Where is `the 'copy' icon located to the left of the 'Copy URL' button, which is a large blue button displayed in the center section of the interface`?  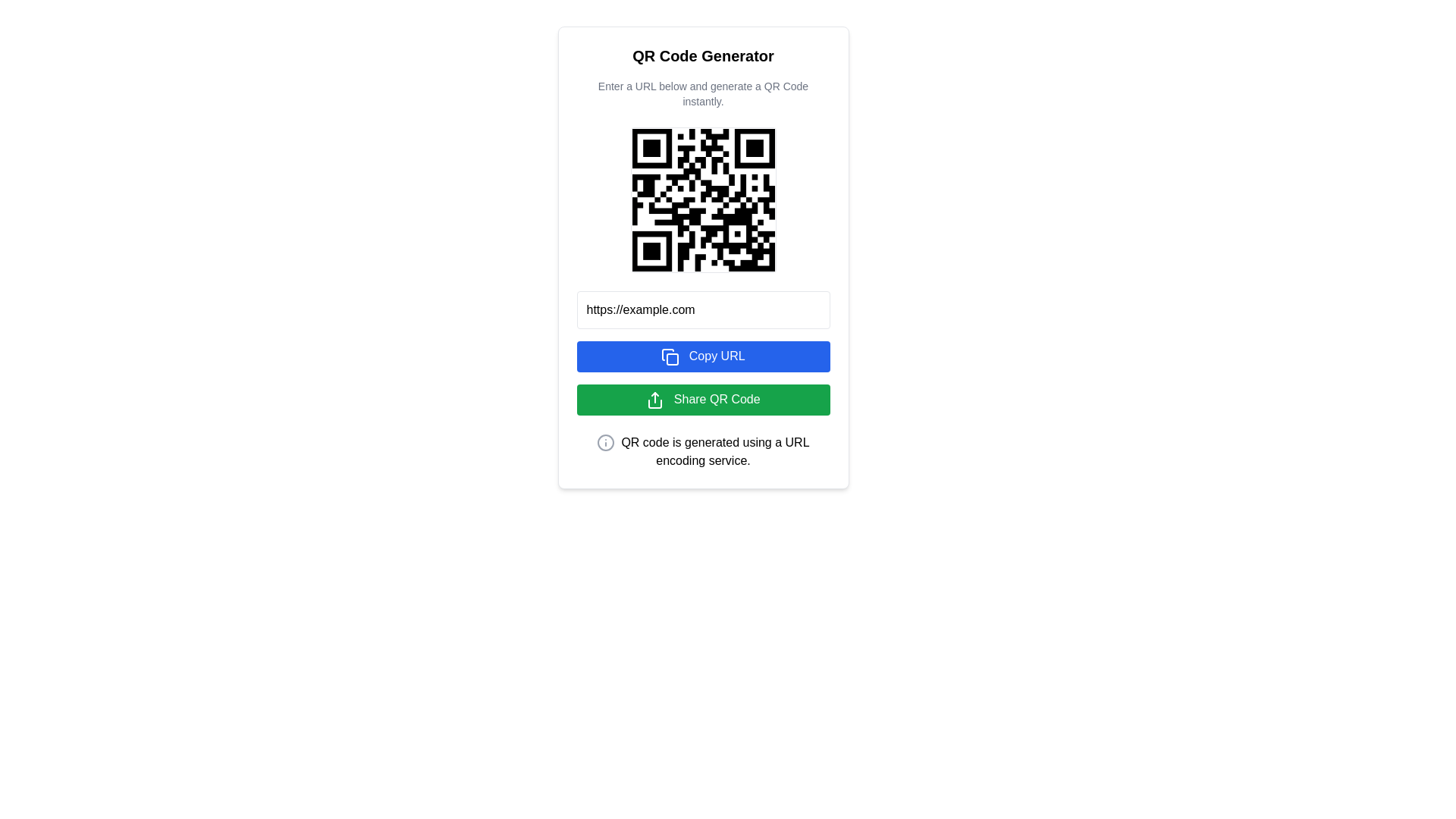
the 'copy' icon located to the left of the 'Copy URL' button, which is a large blue button displayed in the center section of the interface is located at coordinates (670, 356).